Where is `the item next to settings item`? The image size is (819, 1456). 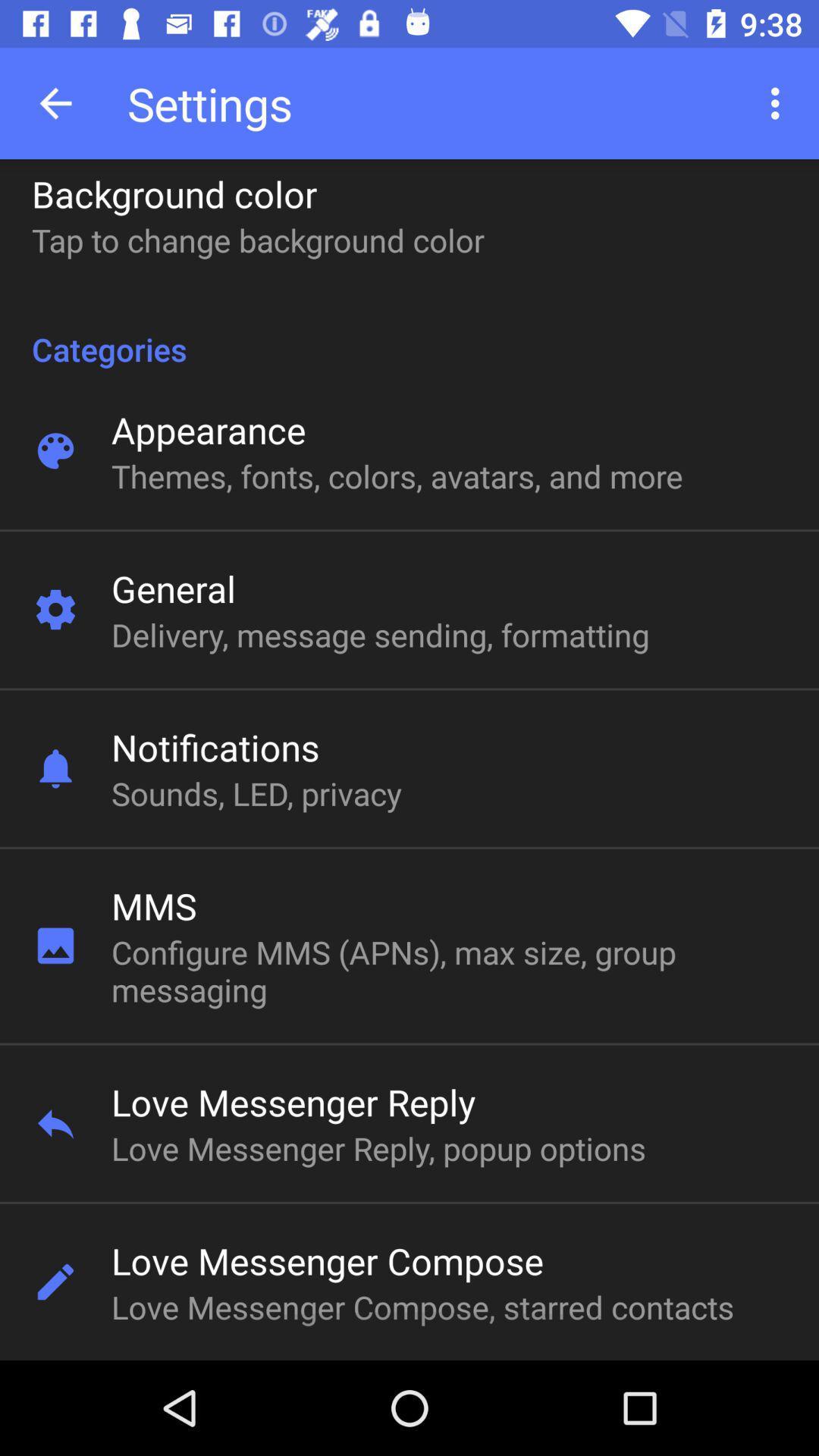
the item next to settings item is located at coordinates (55, 102).